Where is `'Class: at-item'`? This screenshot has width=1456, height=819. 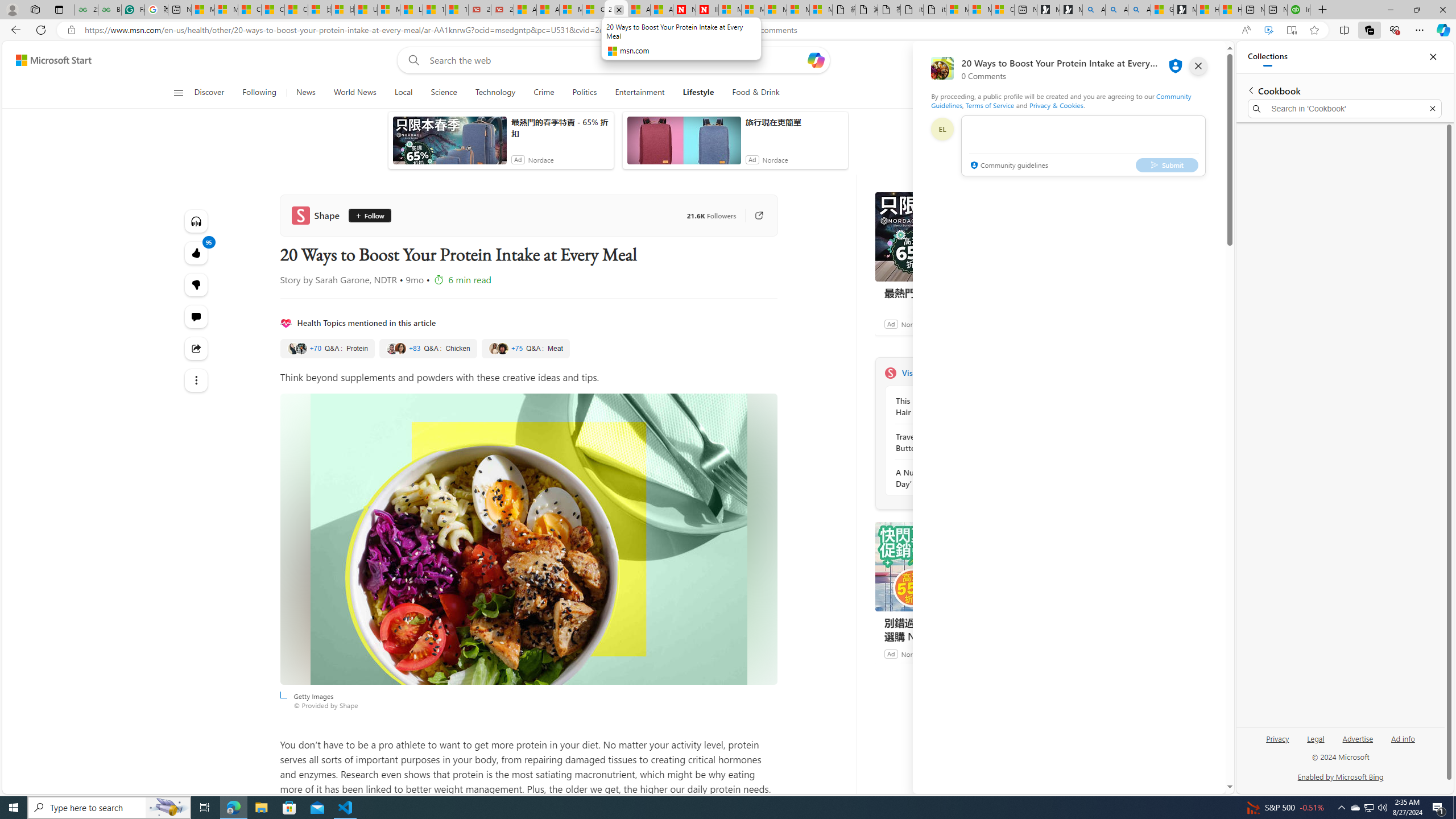 'Class: at-item' is located at coordinates (196, 379).